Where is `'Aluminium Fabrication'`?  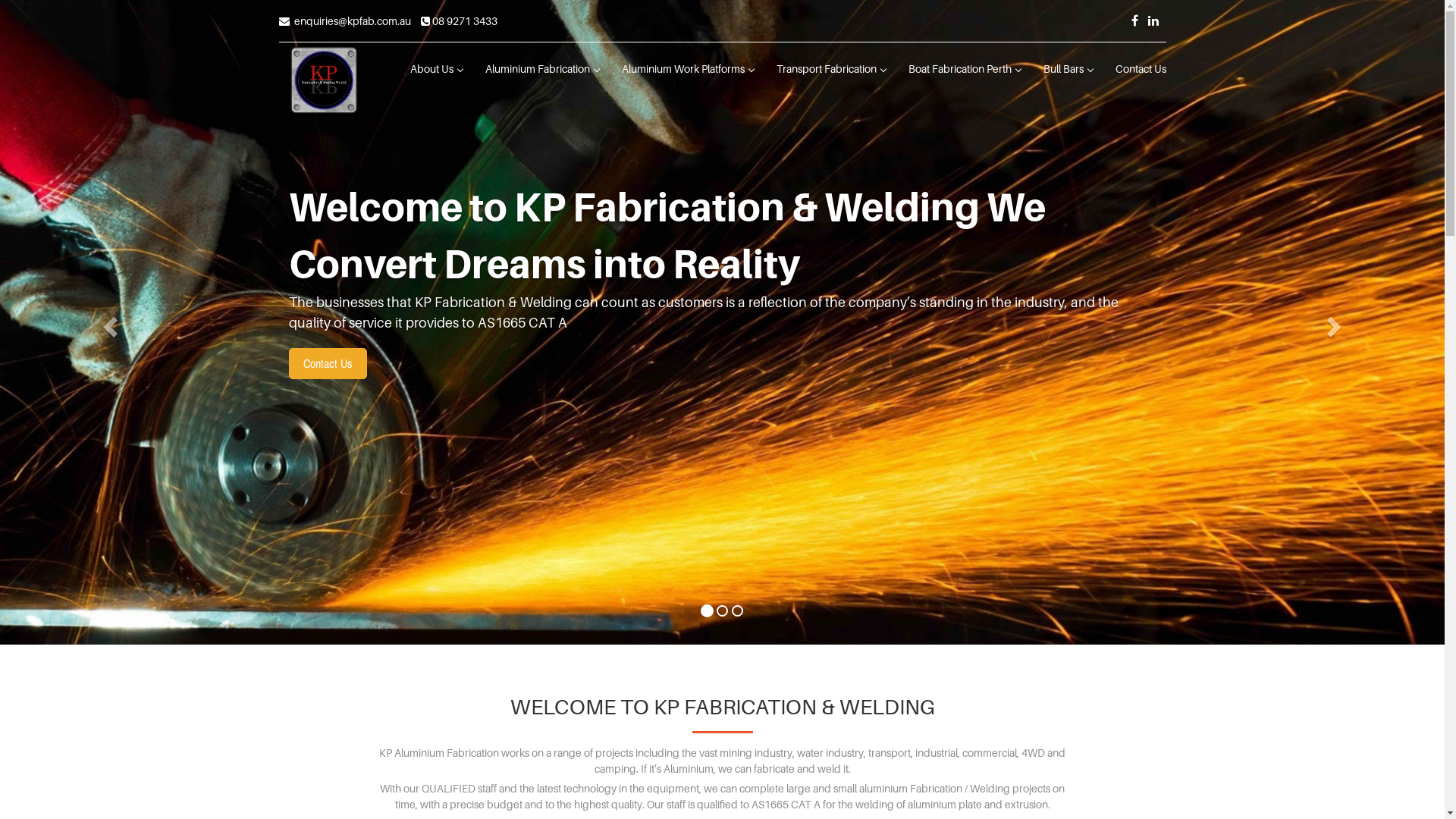
'Aluminium Fabrication' is located at coordinates (472, 69).